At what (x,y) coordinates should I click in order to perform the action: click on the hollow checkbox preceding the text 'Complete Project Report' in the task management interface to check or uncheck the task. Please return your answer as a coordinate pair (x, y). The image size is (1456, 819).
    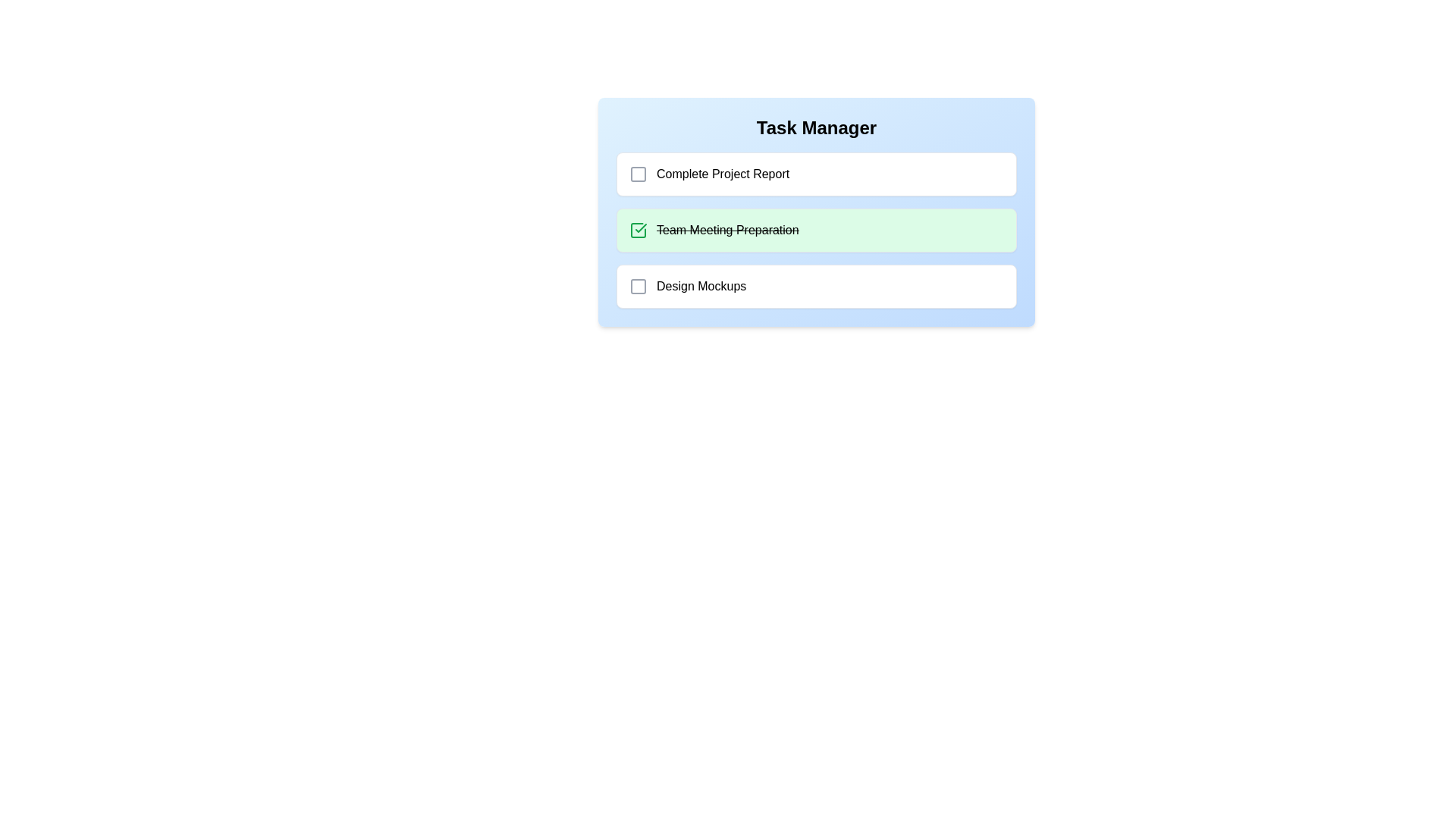
    Looking at the image, I should click on (638, 174).